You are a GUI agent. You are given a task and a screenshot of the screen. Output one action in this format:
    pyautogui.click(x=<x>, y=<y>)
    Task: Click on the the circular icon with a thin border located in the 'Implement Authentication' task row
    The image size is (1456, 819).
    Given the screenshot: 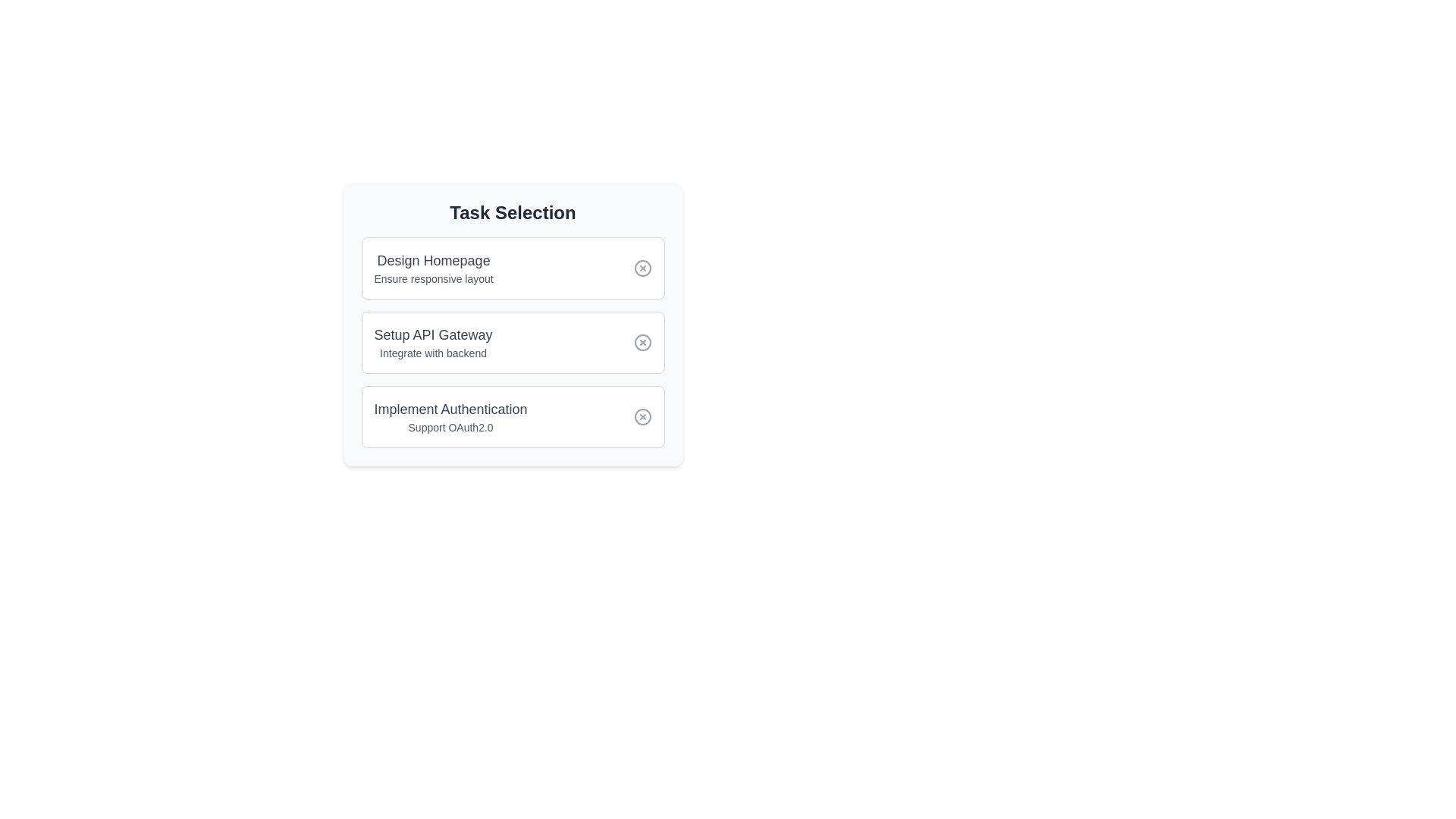 What is the action you would take?
    pyautogui.click(x=642, y=417)
    